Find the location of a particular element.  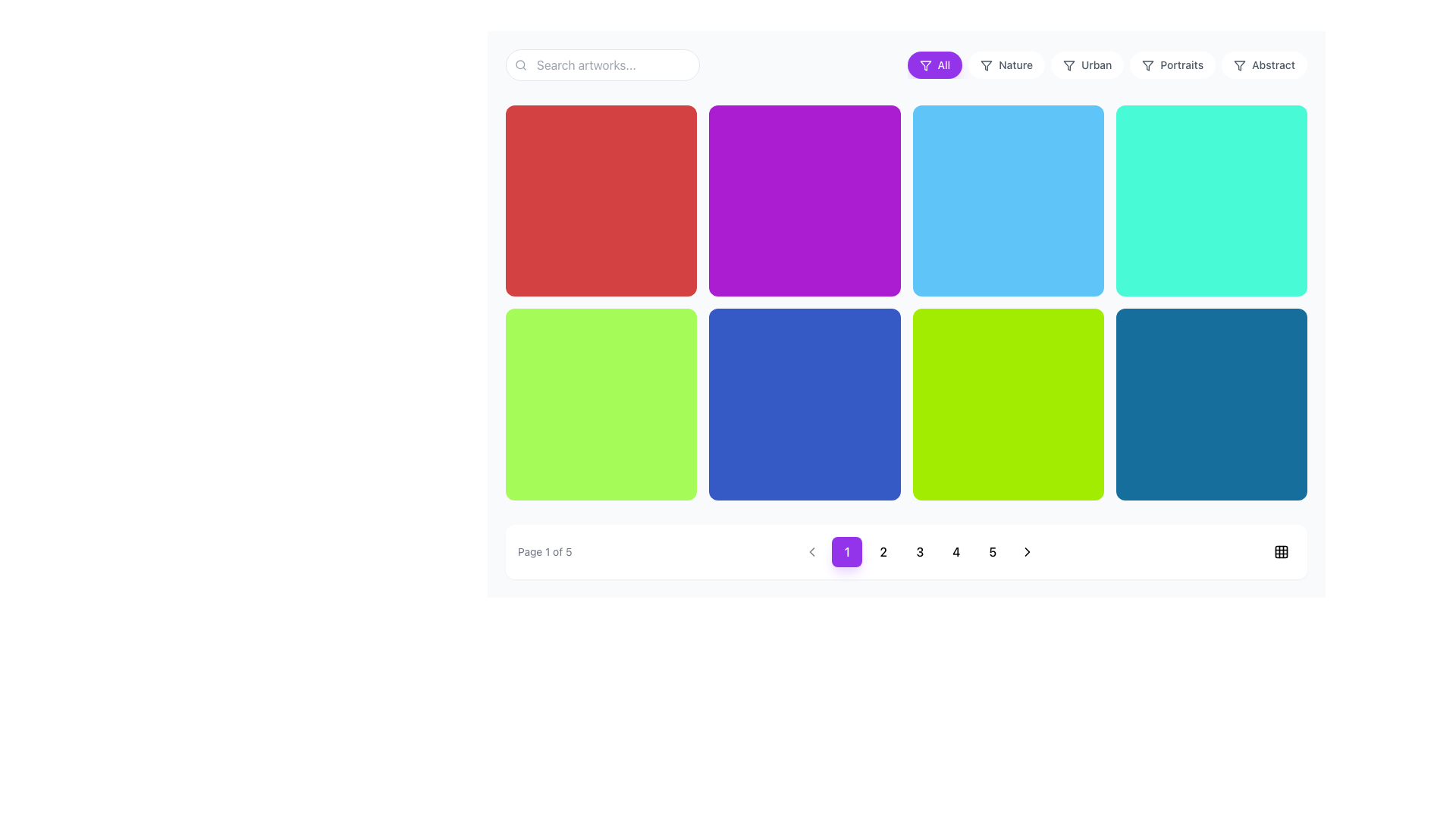

the individual filter button within the filter selection bar located at the top section of the interface, just below the search bar, to filter the content is located at coordinates (906, 64).